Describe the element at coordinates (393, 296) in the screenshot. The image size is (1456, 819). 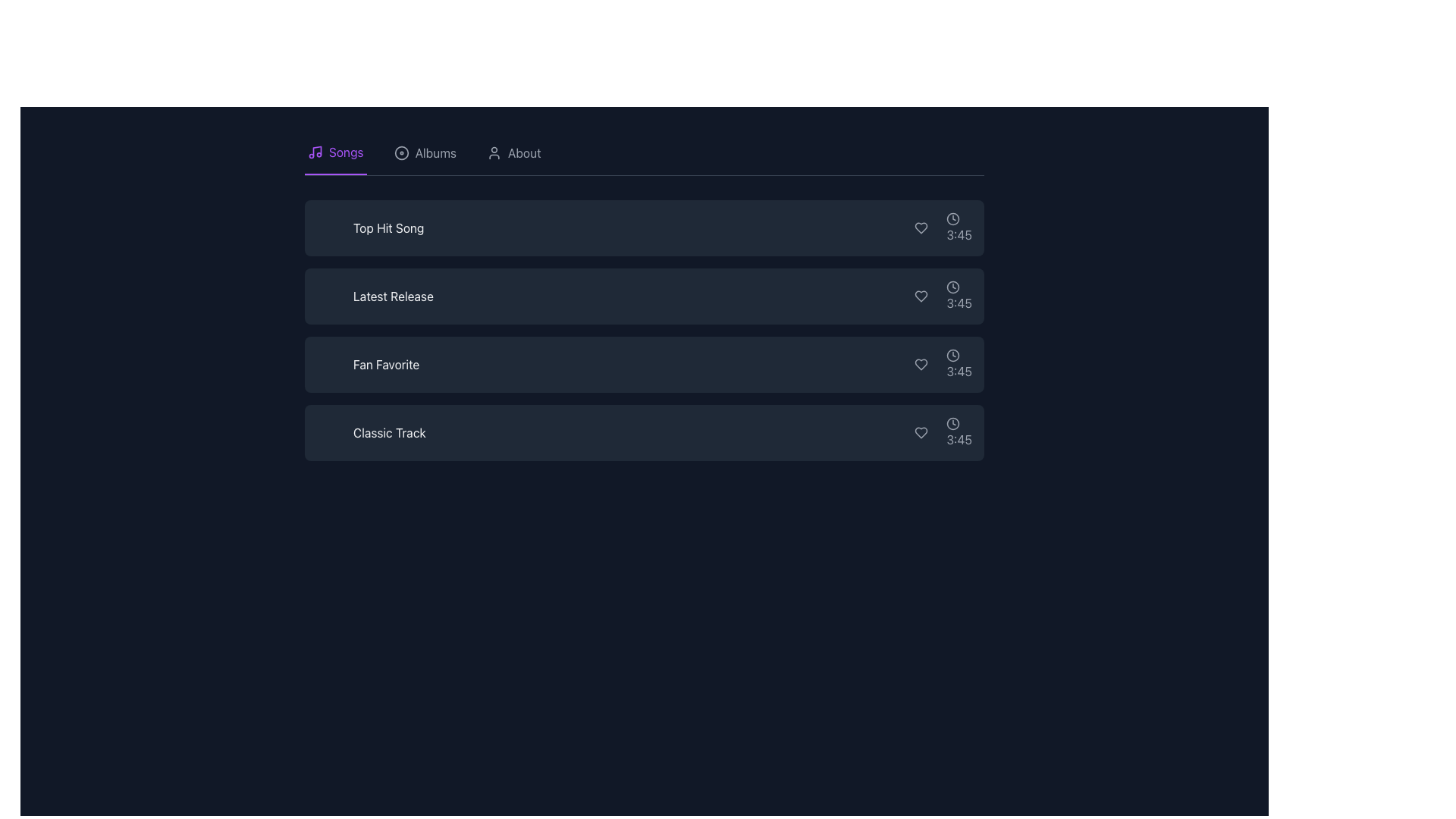
I see `text of the Text Label that serves as the title or description of the second entry in a vertical list of items, aligned center-left` at that location.